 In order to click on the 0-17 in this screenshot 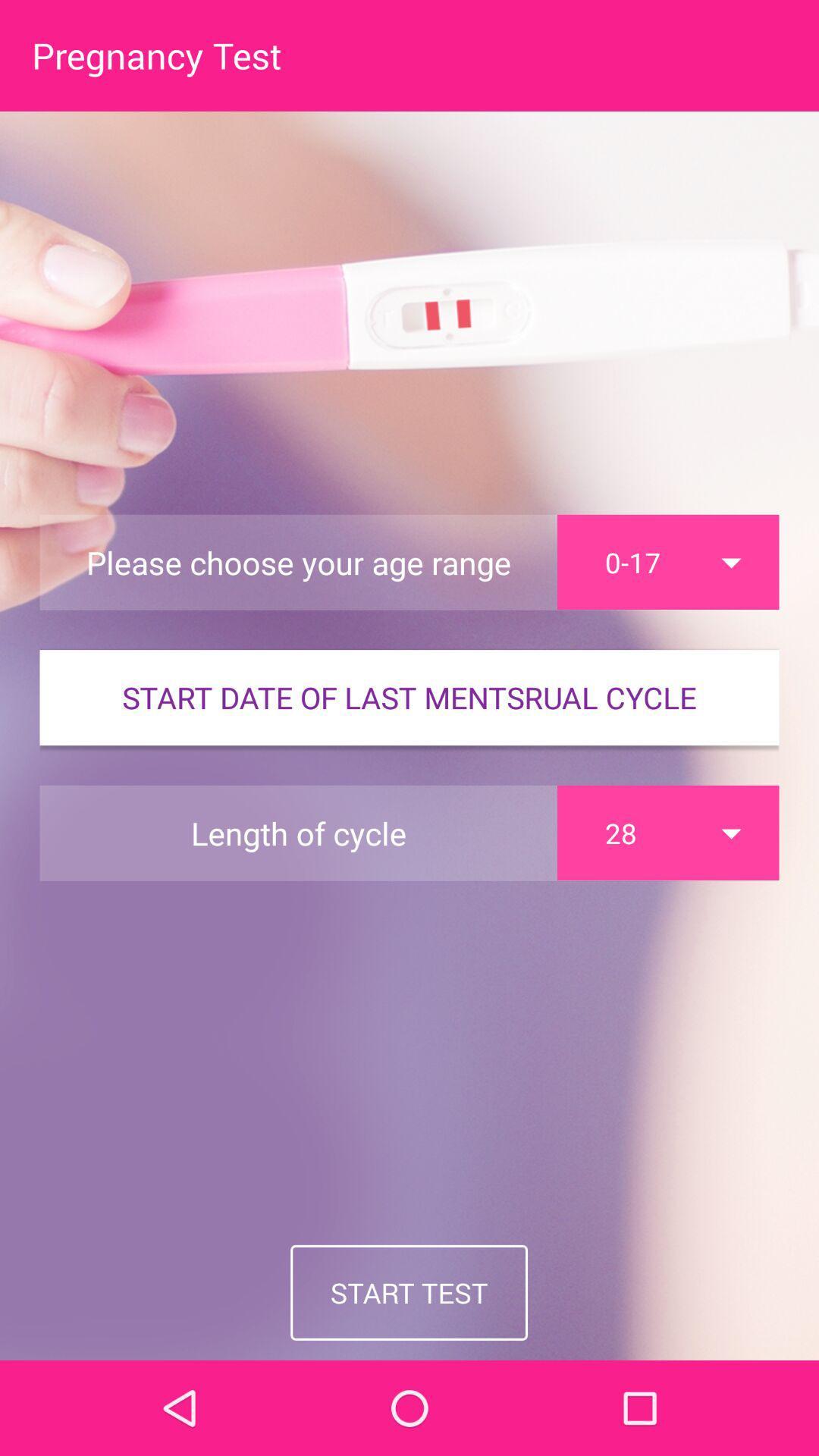, I will do `click(667, 561)`.